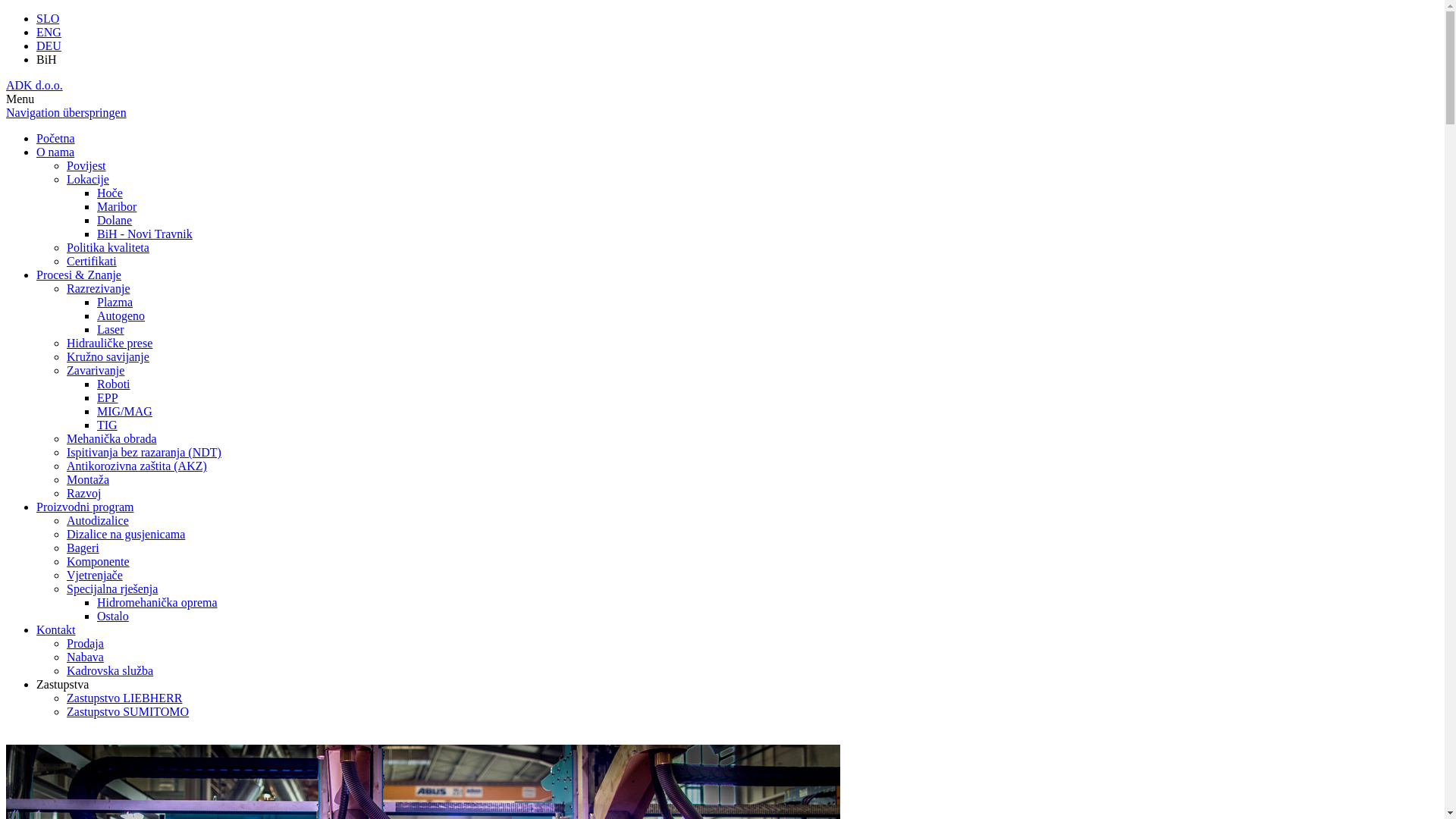 Image resolution: width=1456 pixels, height=819 pixels. Describe the element at coordinates (97, 519) in the screenshot. I see `'Autodizalice'` at that location.